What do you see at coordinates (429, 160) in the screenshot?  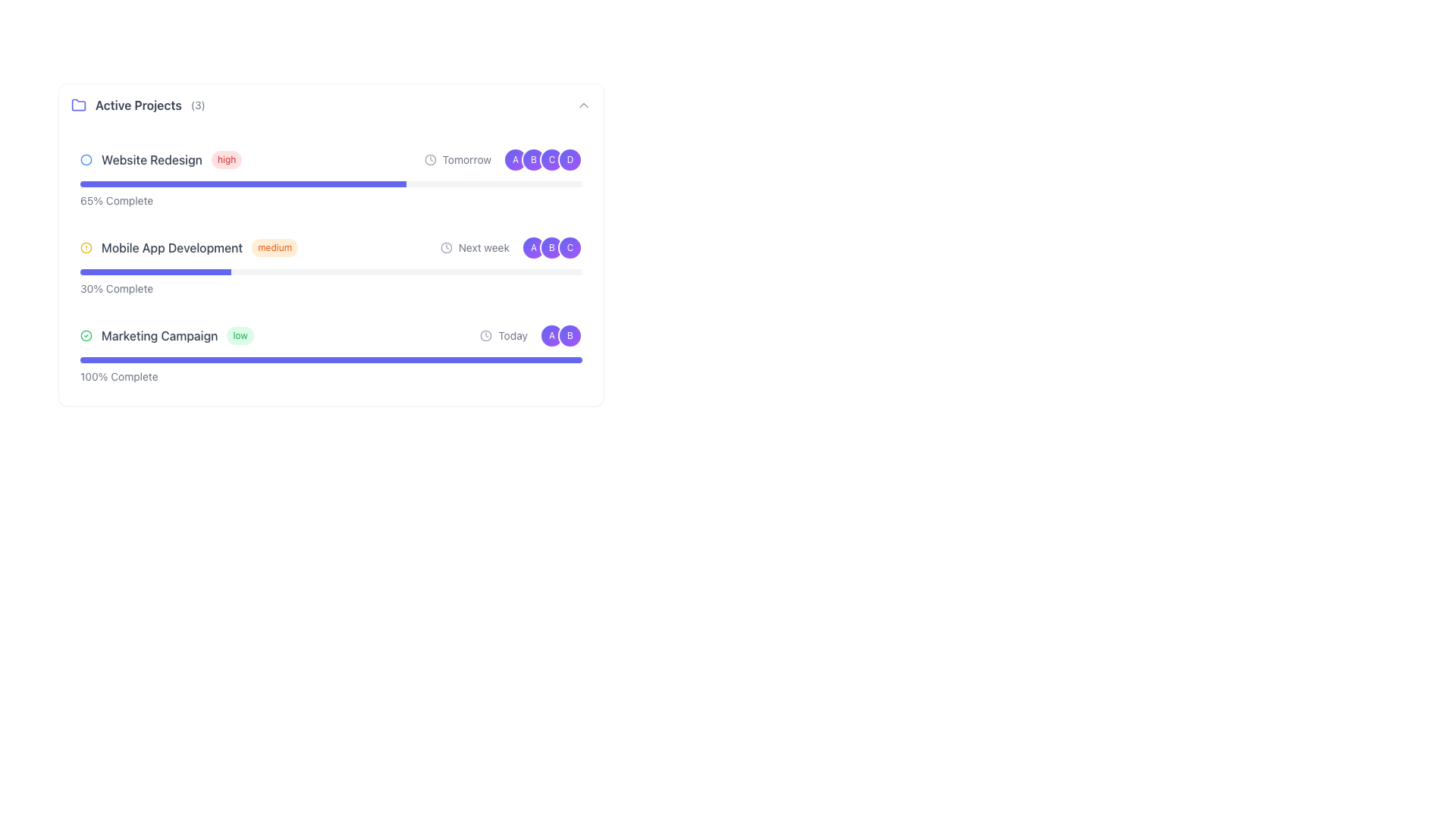 I see `SVG circle element representing the clock icon, which is associated with the 'Tomorrow' text for the 'Website Redesign' task` at bounding box center [429, 160].